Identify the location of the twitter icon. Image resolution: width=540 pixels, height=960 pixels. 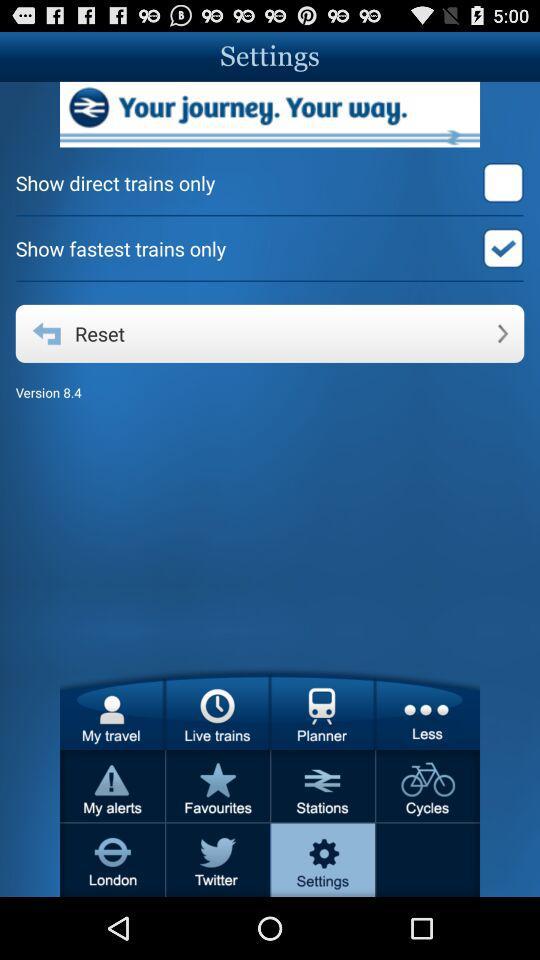
(216, 915).